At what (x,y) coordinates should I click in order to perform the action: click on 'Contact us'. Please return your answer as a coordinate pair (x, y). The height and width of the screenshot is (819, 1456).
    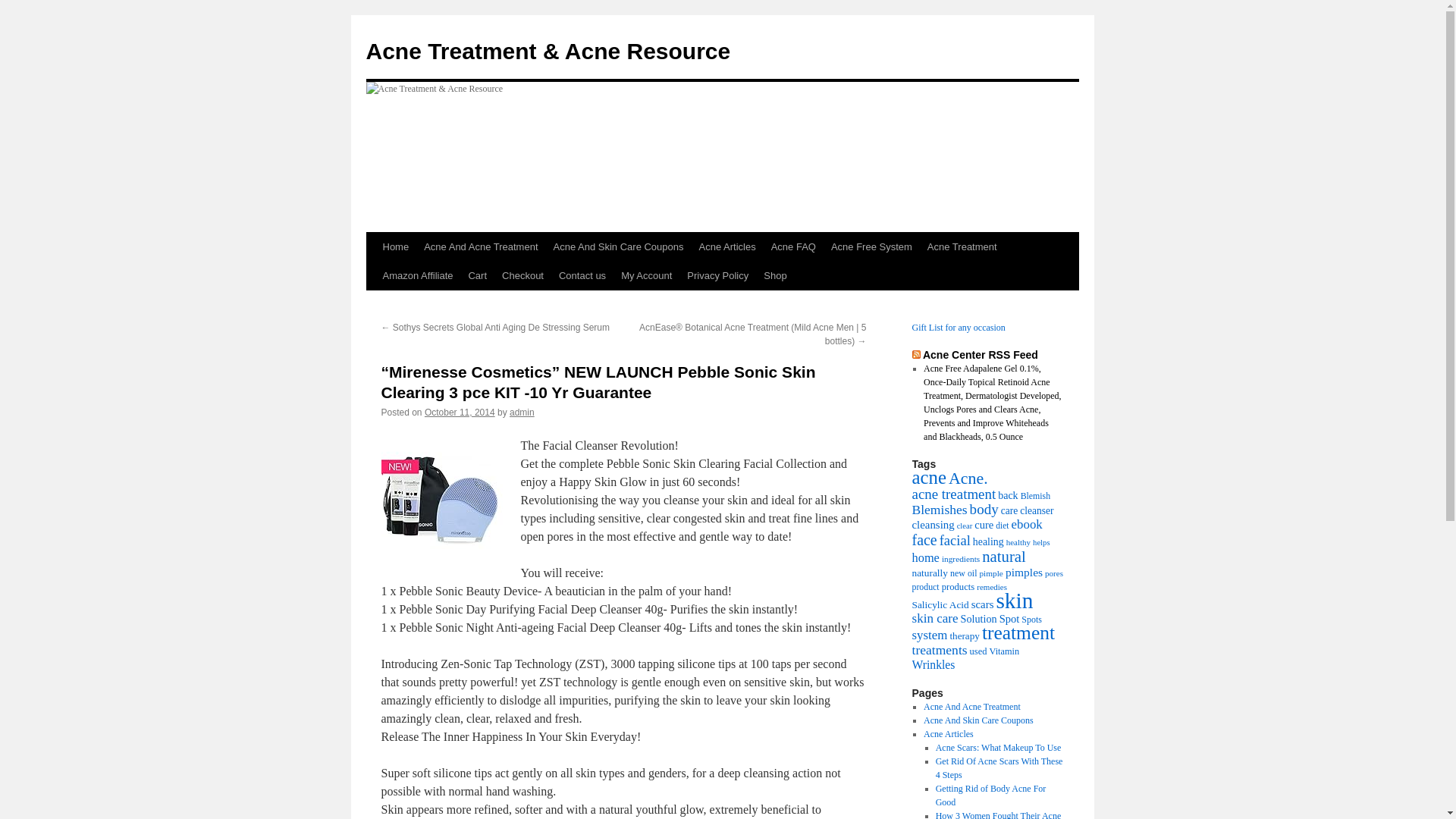
    Looking at the image, I should click on (582, 275).